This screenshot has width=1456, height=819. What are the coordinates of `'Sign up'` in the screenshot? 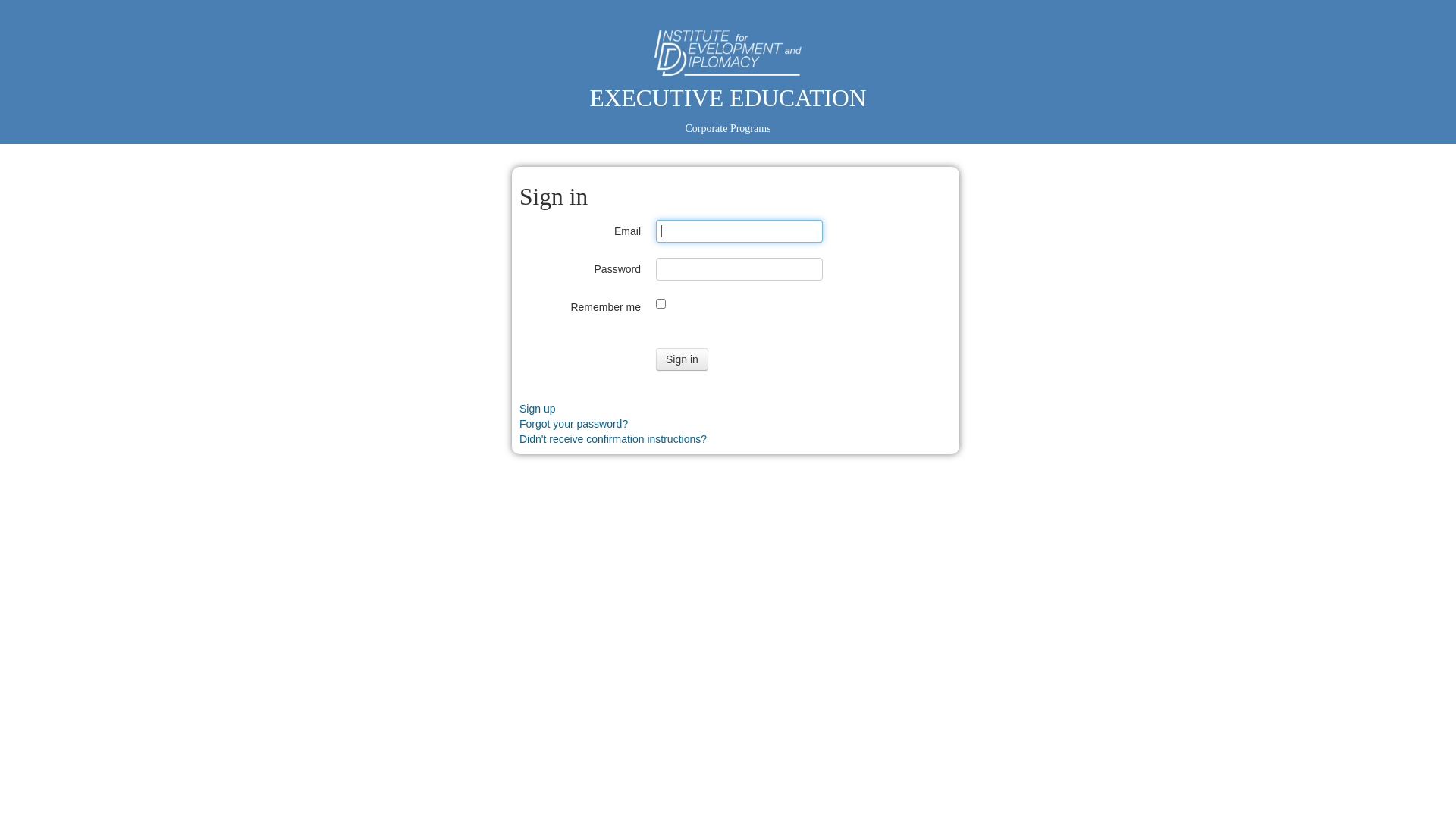 It's located at (537, 408).